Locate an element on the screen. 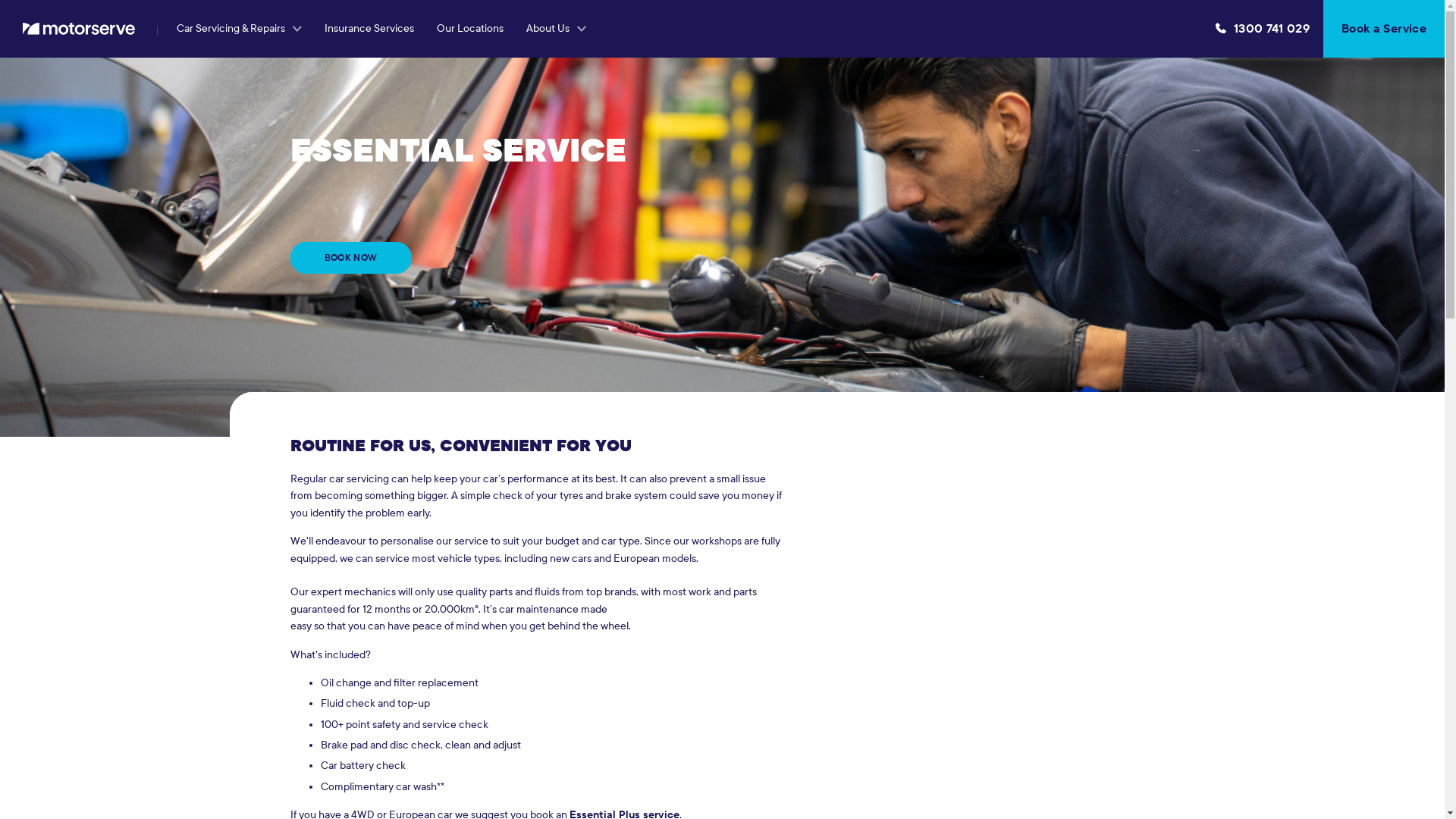 The image size is (1456, 819). 'Our Locations' is located at coordinates (469, 29).